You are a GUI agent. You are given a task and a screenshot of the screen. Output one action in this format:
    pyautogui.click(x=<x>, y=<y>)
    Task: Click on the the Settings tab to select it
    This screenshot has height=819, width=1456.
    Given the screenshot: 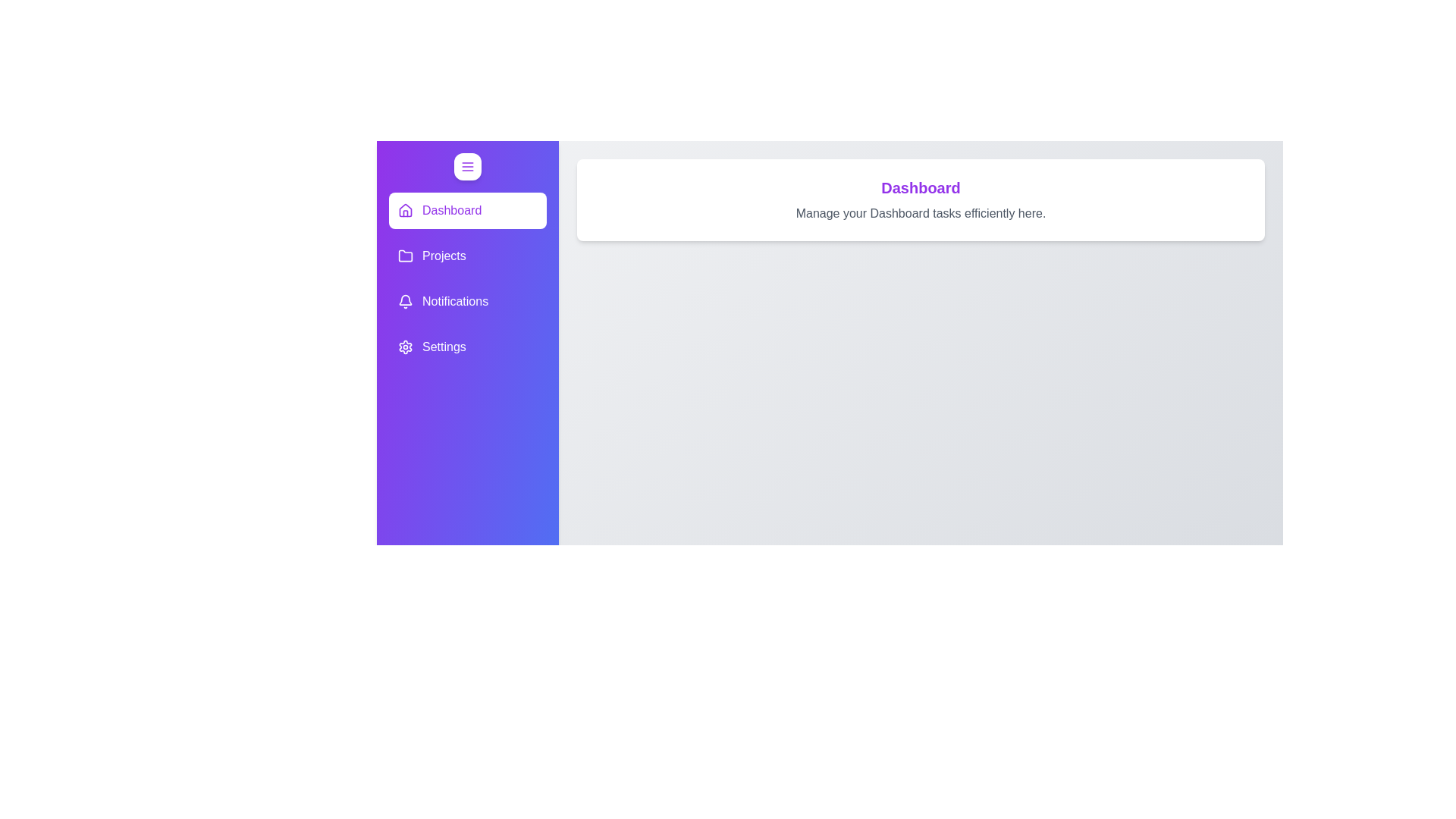 What is the action you would take?
    pyautogui.click(x=467, y=347)
    